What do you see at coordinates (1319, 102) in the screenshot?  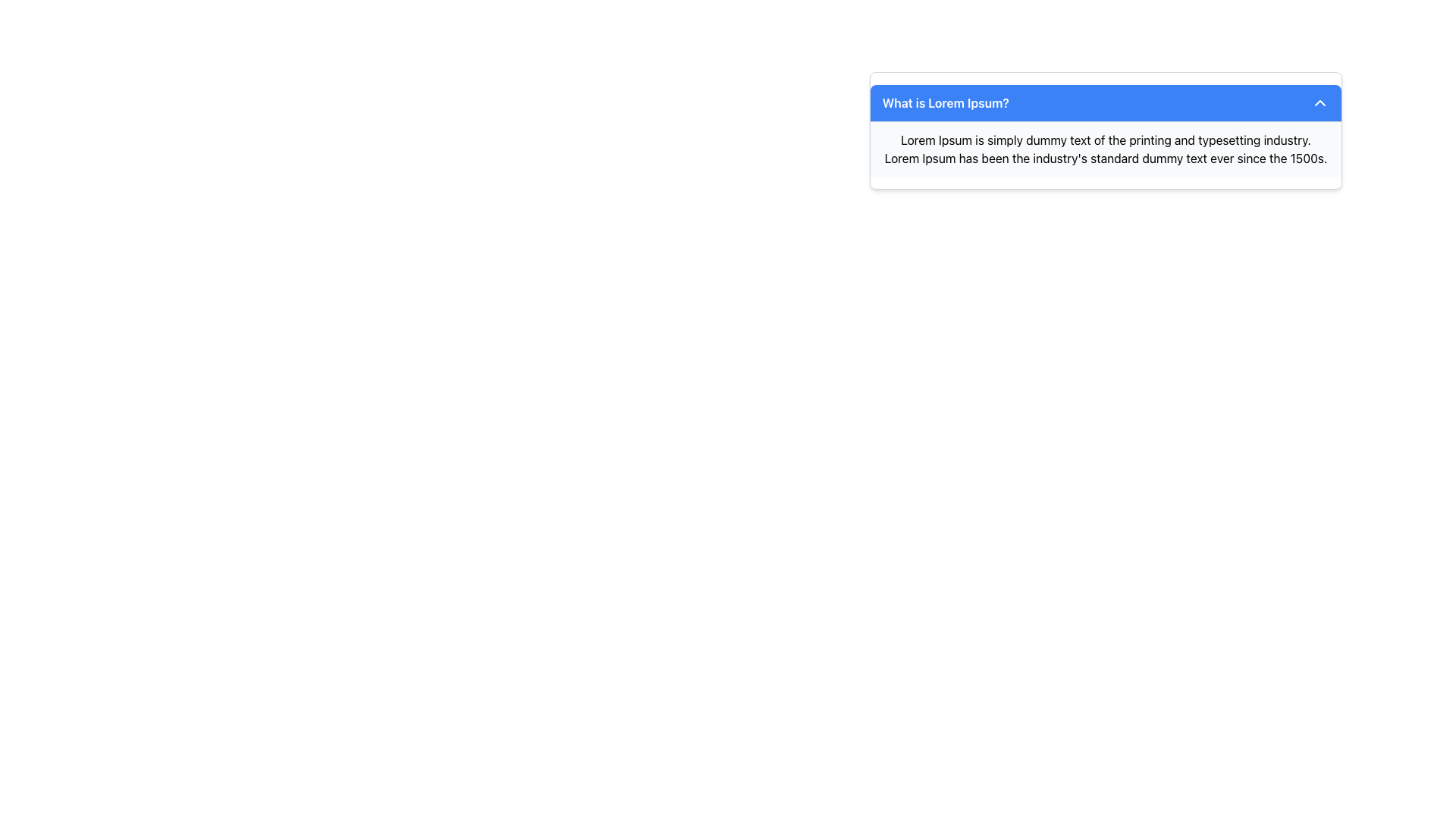 I see `the toggle icon located in the upper-right corner of the blue header bar next to the text 'What is Lorem Ipsum?' to collapse or expand the content of the information box` at bounding box center [1319, 102].